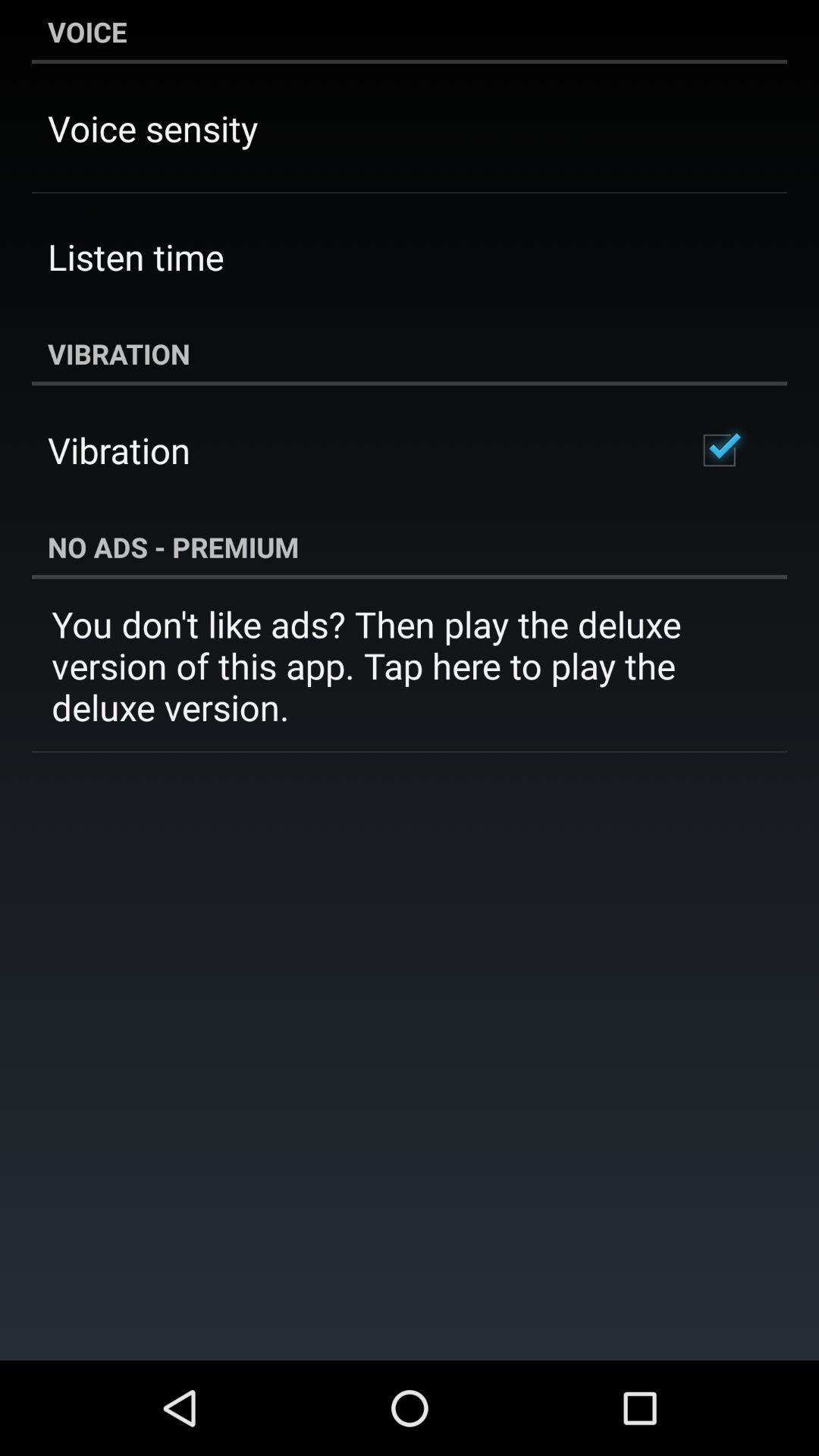  I want to click on listen time item, so click(135, 256).